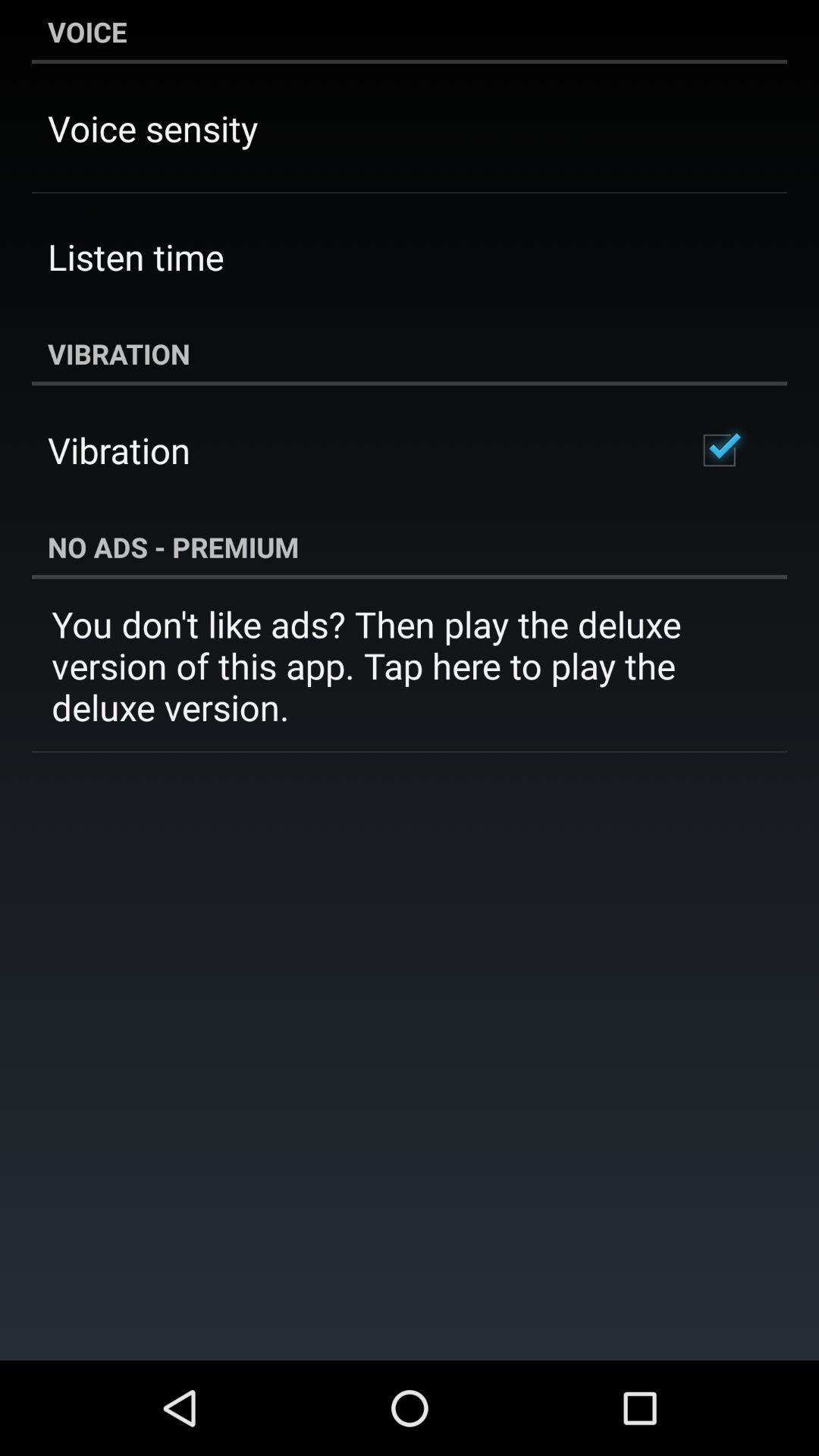  I want to click on listen time item, so click(135, 256).